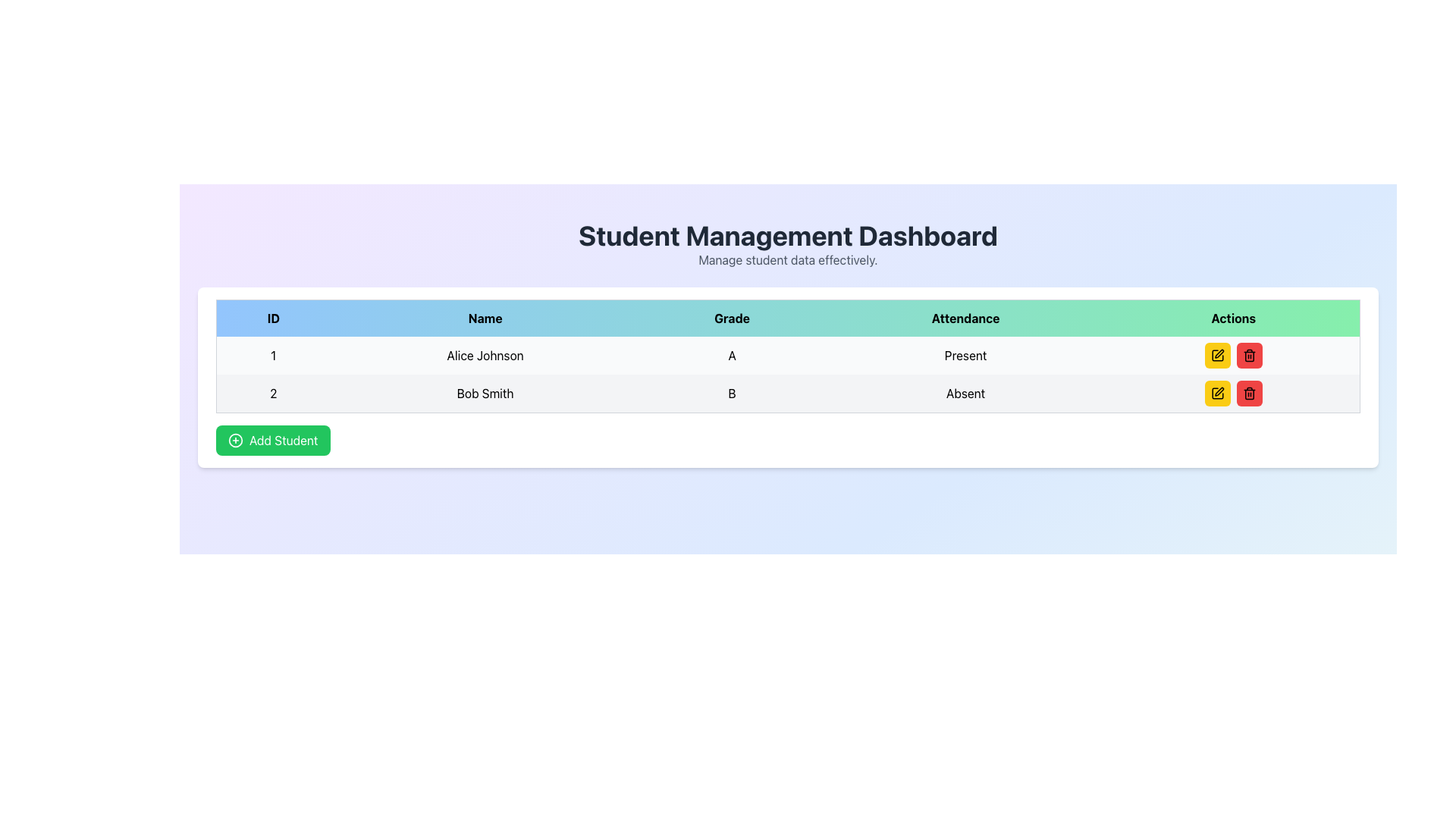 This screenshot has height=819, width=1456. I want to click on the circular icon with a plus sign within the 'Add Student' button located at the bottom left of the interface, so click(235, 441).